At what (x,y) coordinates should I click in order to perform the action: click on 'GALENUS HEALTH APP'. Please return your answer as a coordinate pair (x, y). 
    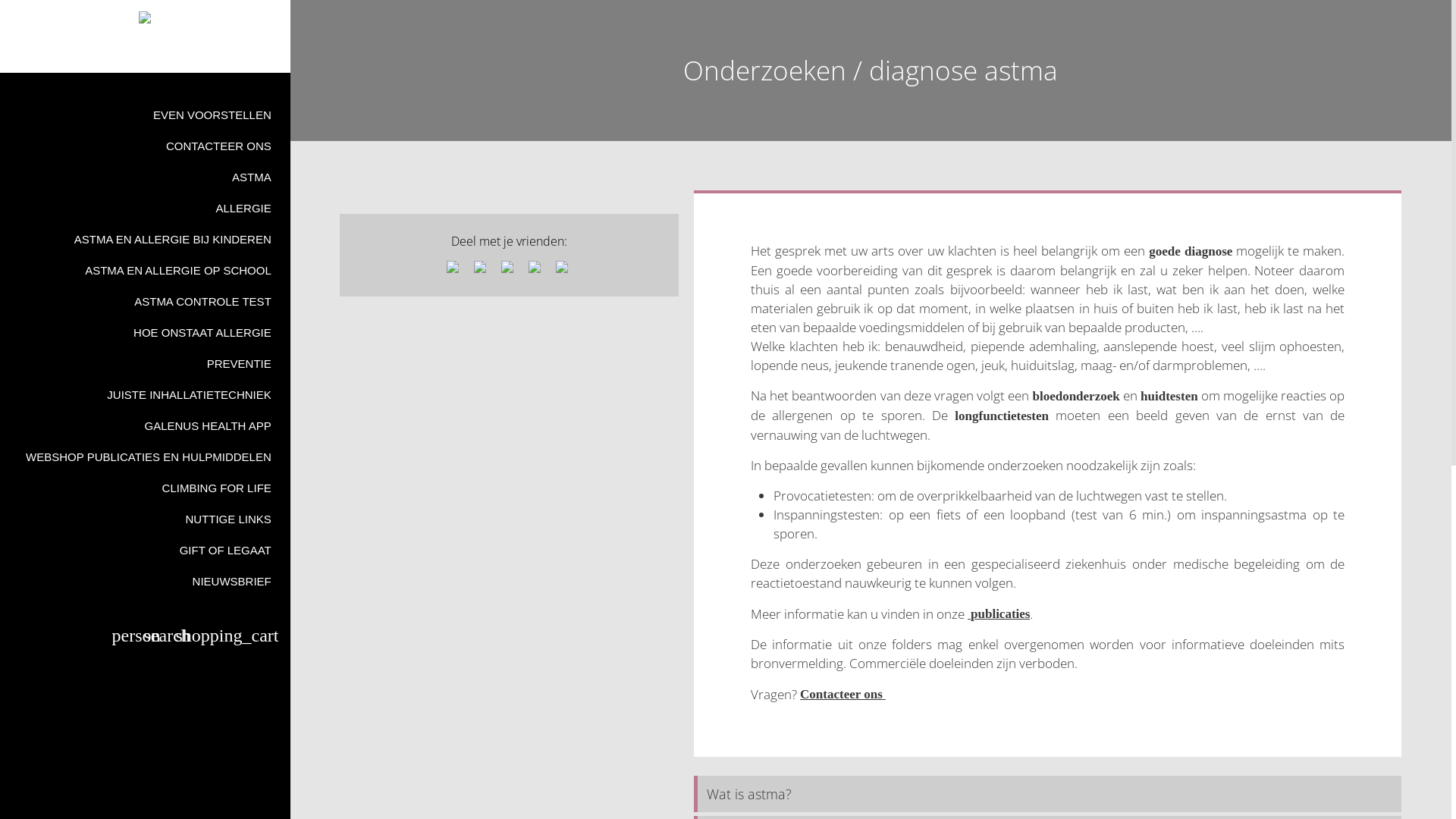
    Looking at the image, I should click on (145, 425).